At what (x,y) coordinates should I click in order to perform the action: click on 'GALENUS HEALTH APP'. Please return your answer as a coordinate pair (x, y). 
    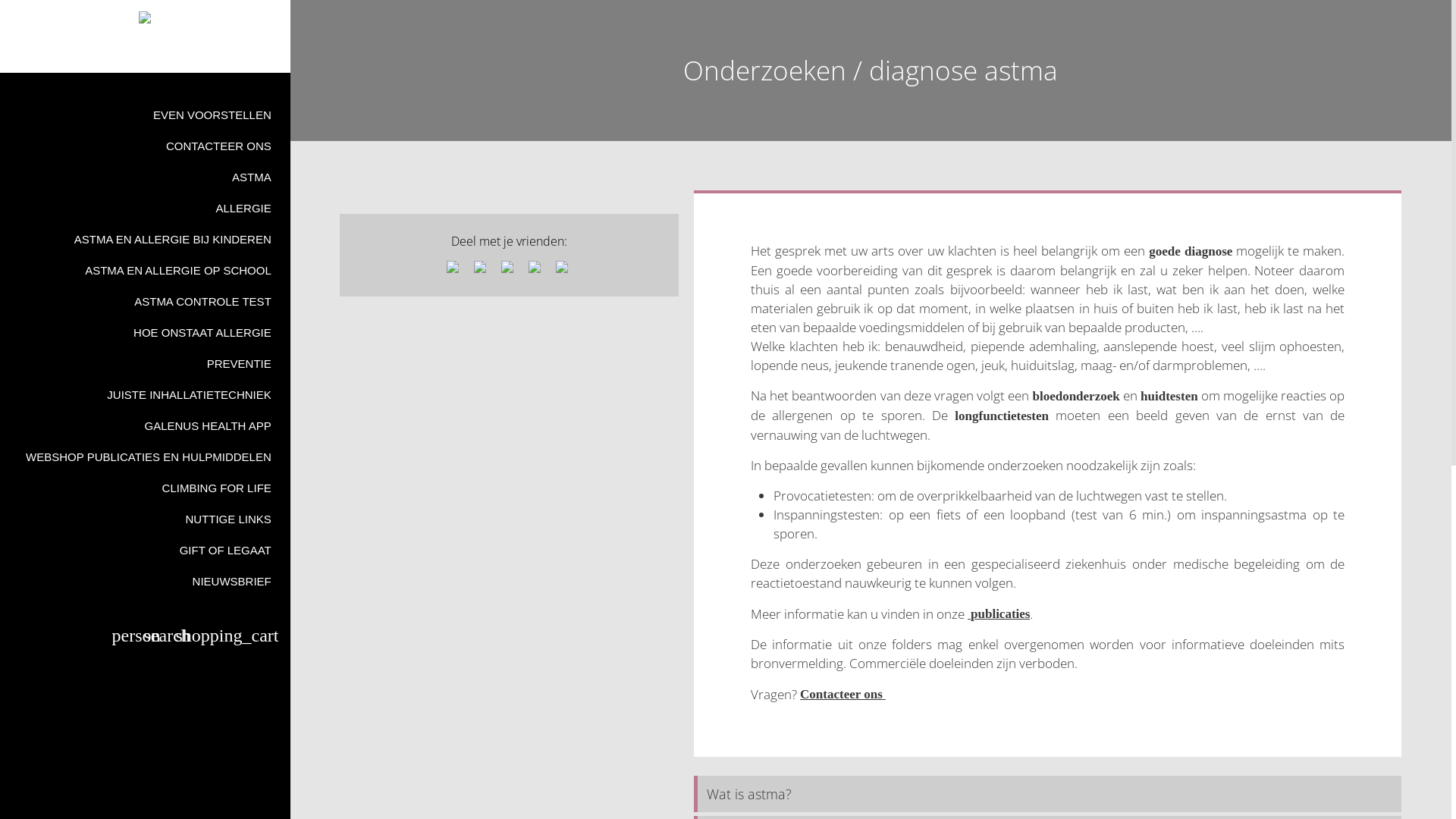
    Looking at the image, I should click on (145, 425).